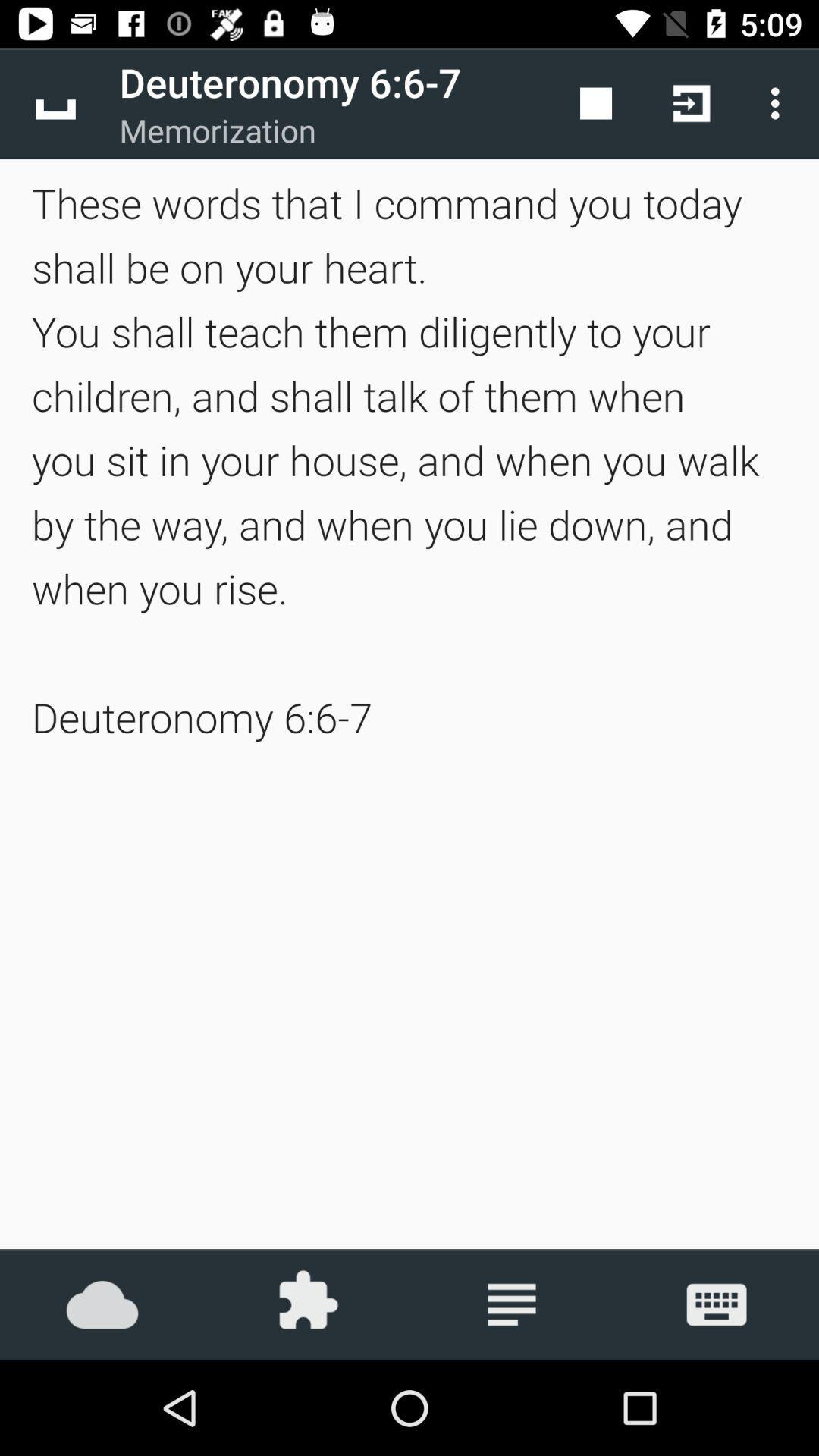  Describe the element at coordinates (717, 1304) in the screenshot. I see `the icon below these words that icon` at that location.